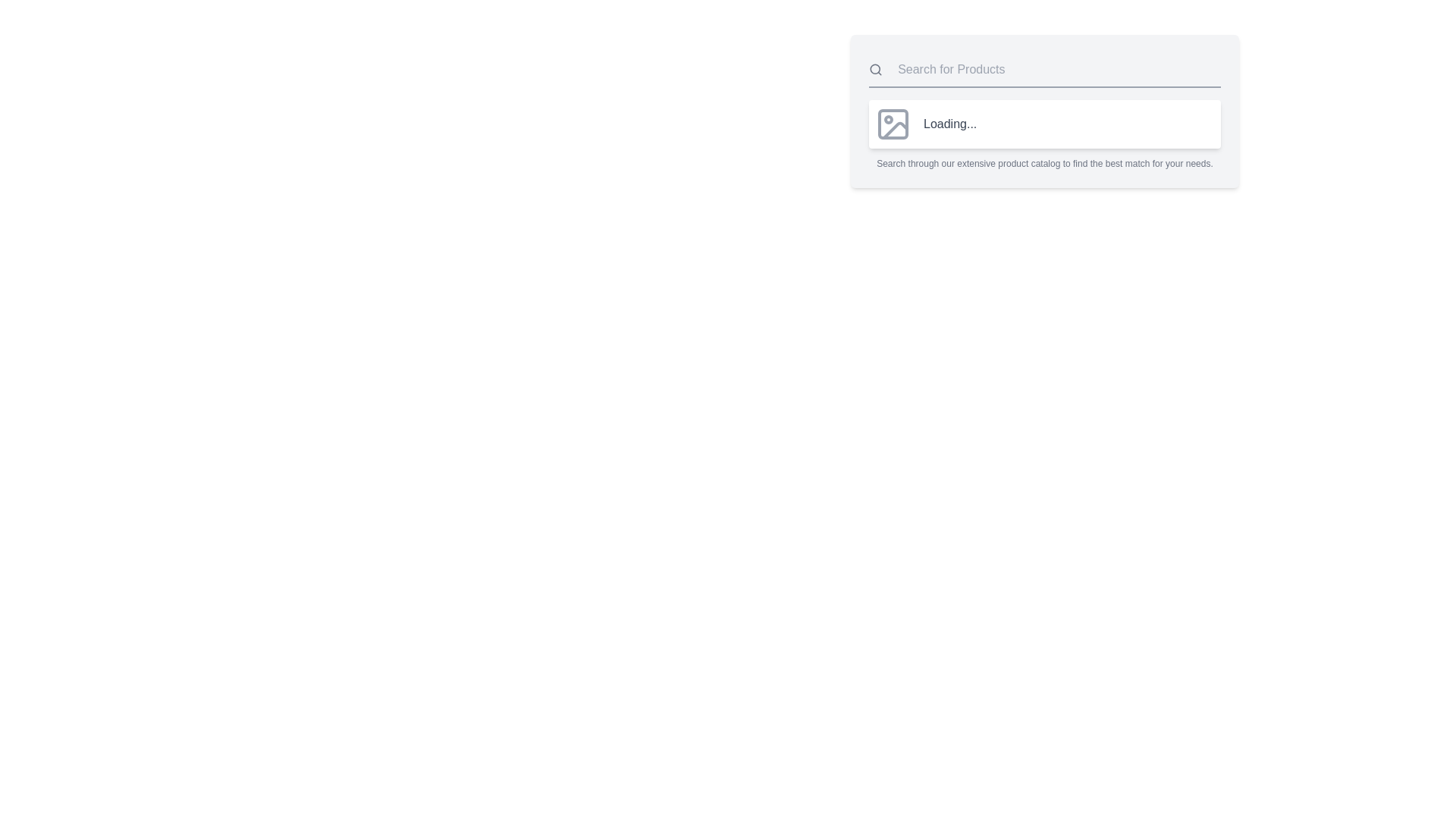  Describe the element at coordinates (875, 69) in the screenshot. I see `the circular lens of the magnifier icon located in the header section, which indicates the presence of search functionality` at that location.